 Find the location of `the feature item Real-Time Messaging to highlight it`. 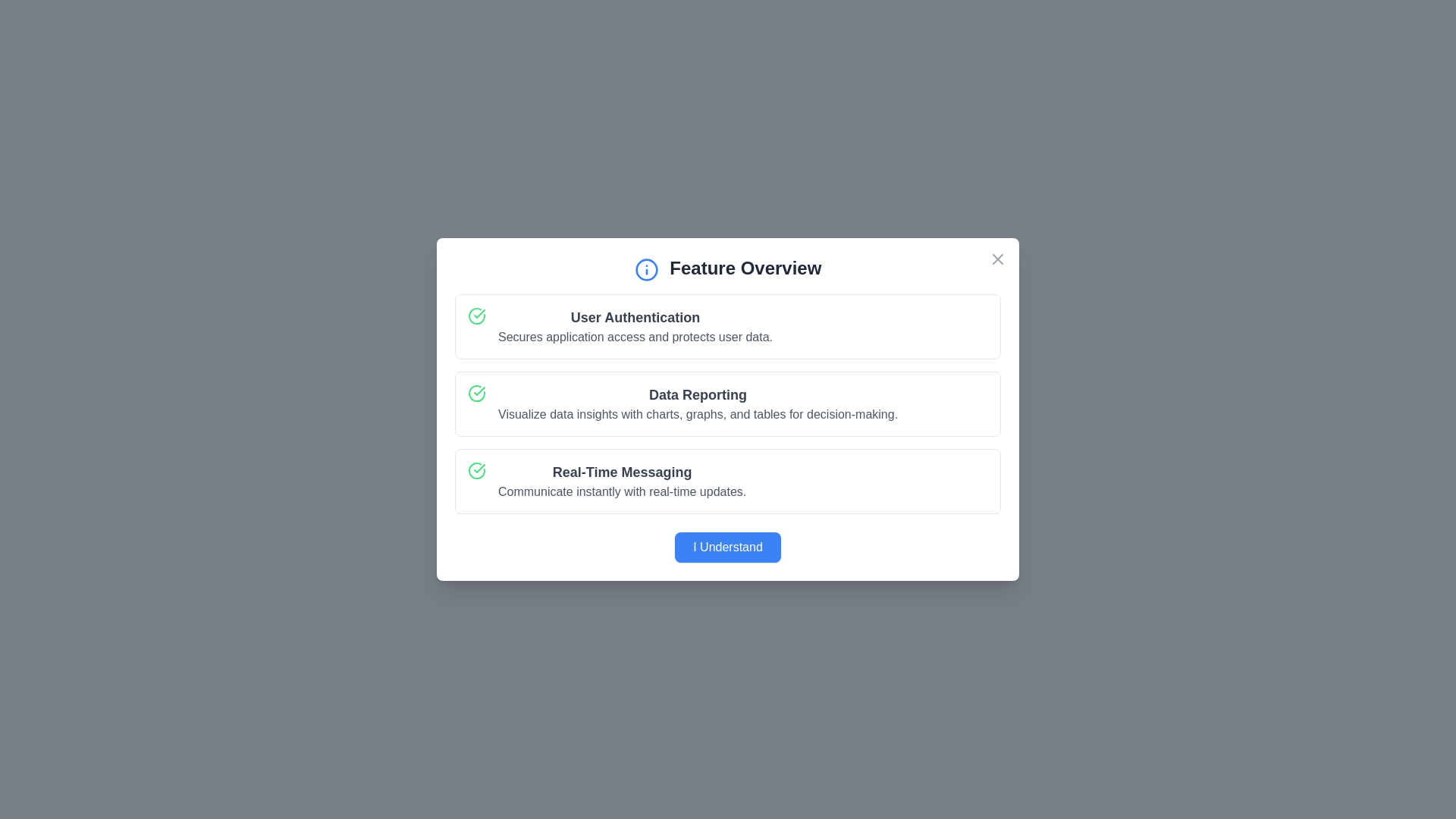

the feature item Real-Time Messaging to highlight it is located at coordinates (728, 480).